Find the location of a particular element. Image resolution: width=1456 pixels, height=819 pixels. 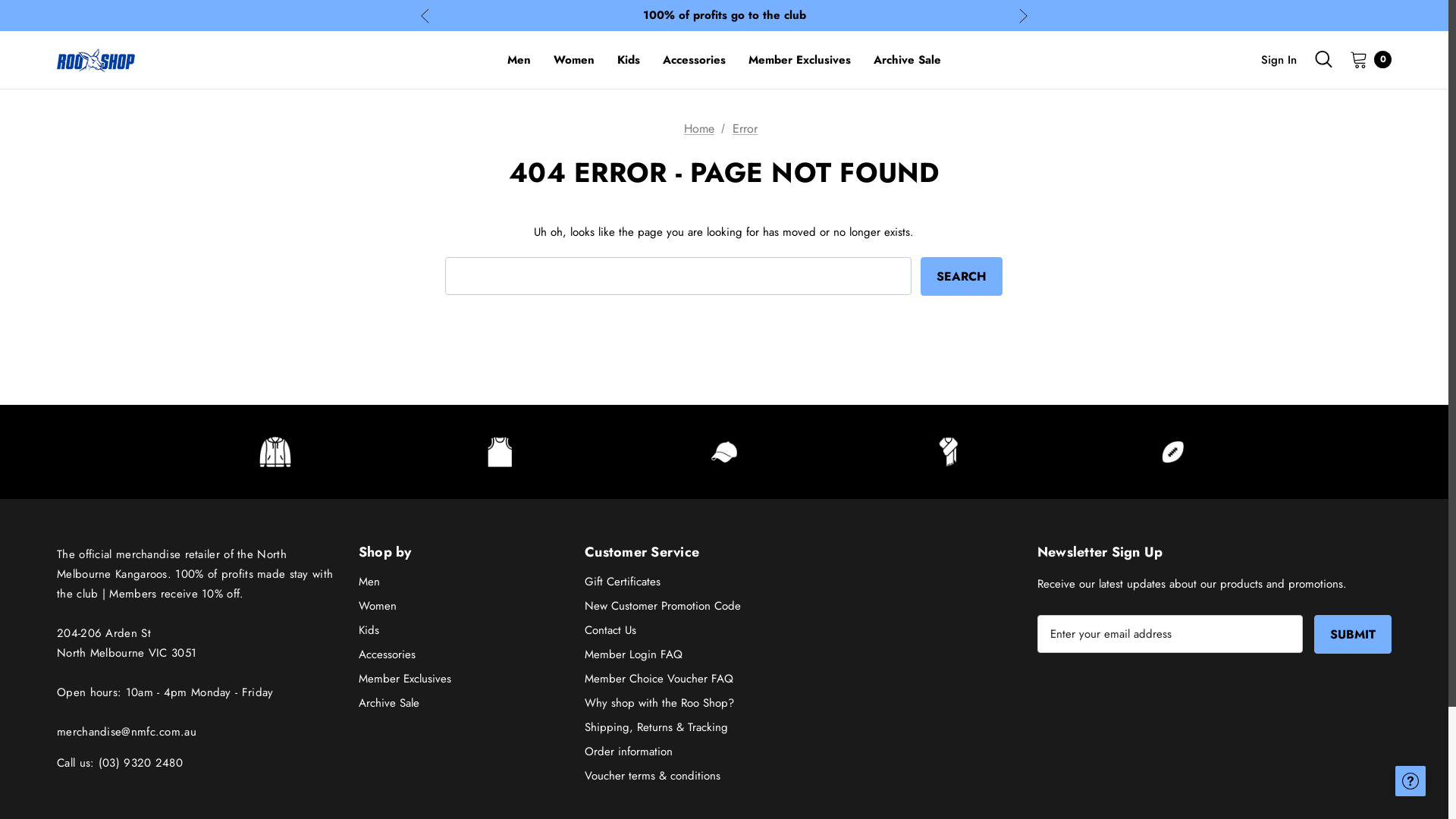

'Call us: (03) 9320 2480' is located at coordinates (119, 763).